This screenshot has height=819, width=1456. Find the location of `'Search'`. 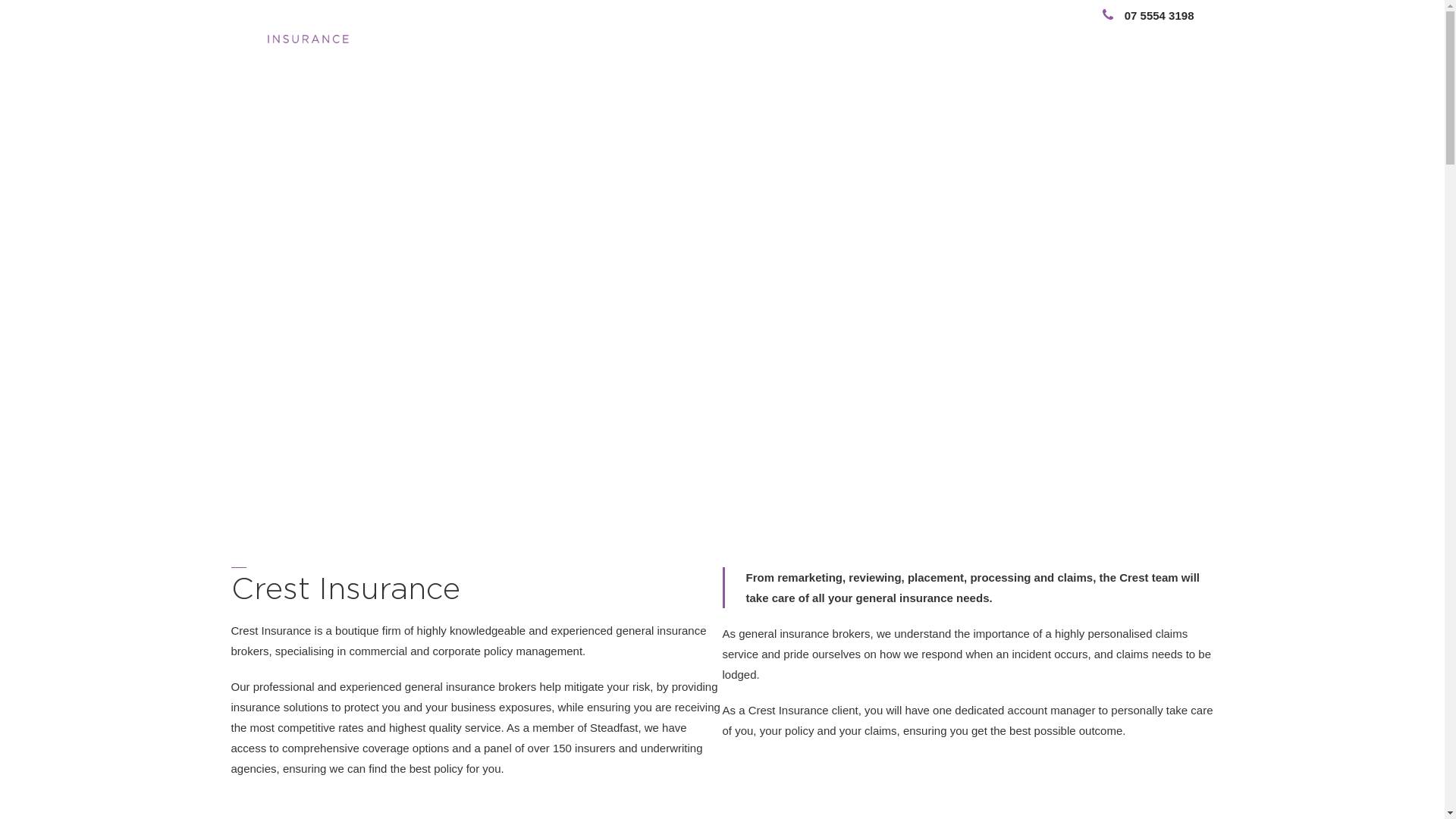

'Search' is located at coordinates (1143, 34).